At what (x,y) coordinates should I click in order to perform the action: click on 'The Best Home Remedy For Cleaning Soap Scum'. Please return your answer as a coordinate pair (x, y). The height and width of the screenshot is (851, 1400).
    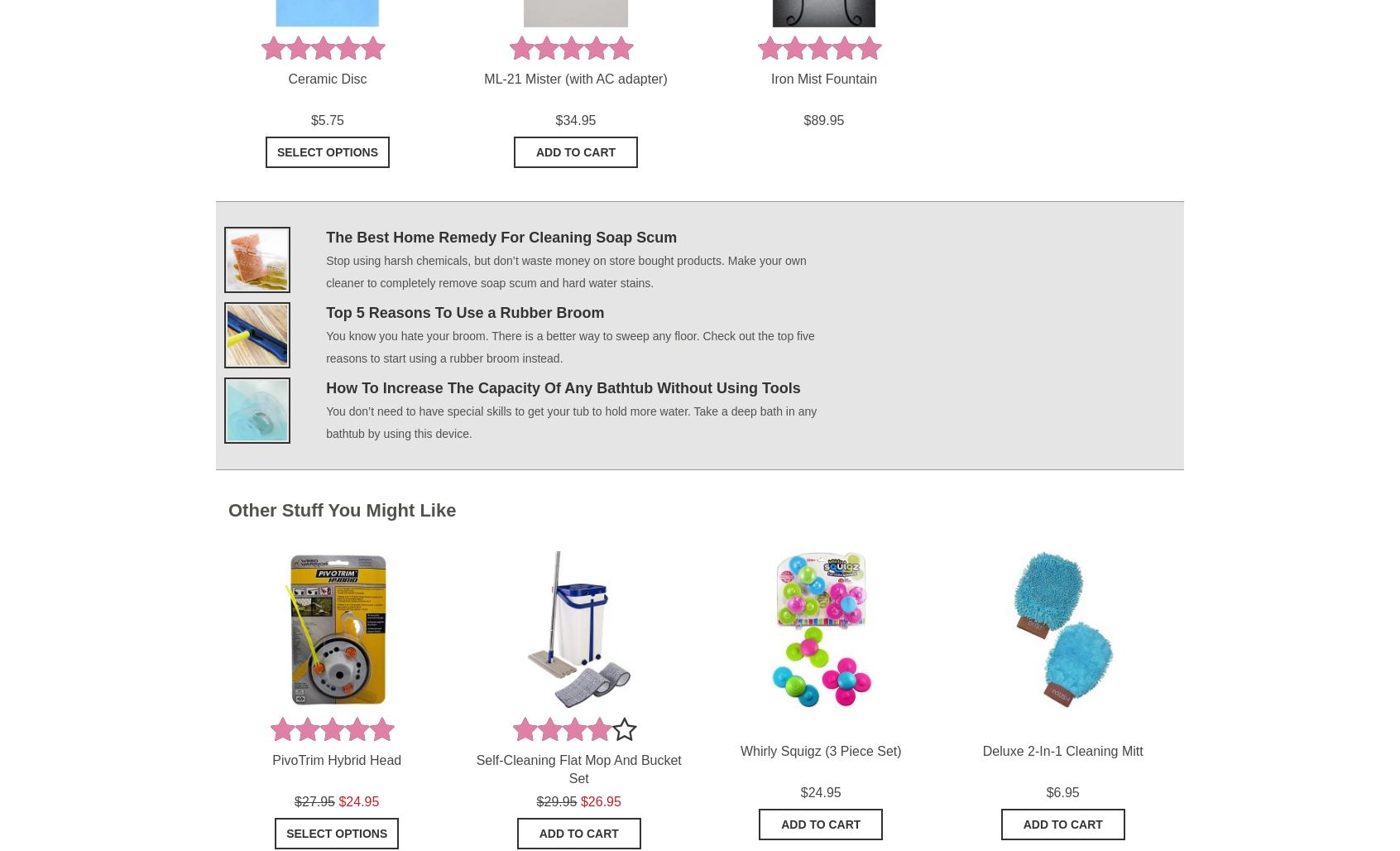
    Looking at the image, I should click on (501, 236).